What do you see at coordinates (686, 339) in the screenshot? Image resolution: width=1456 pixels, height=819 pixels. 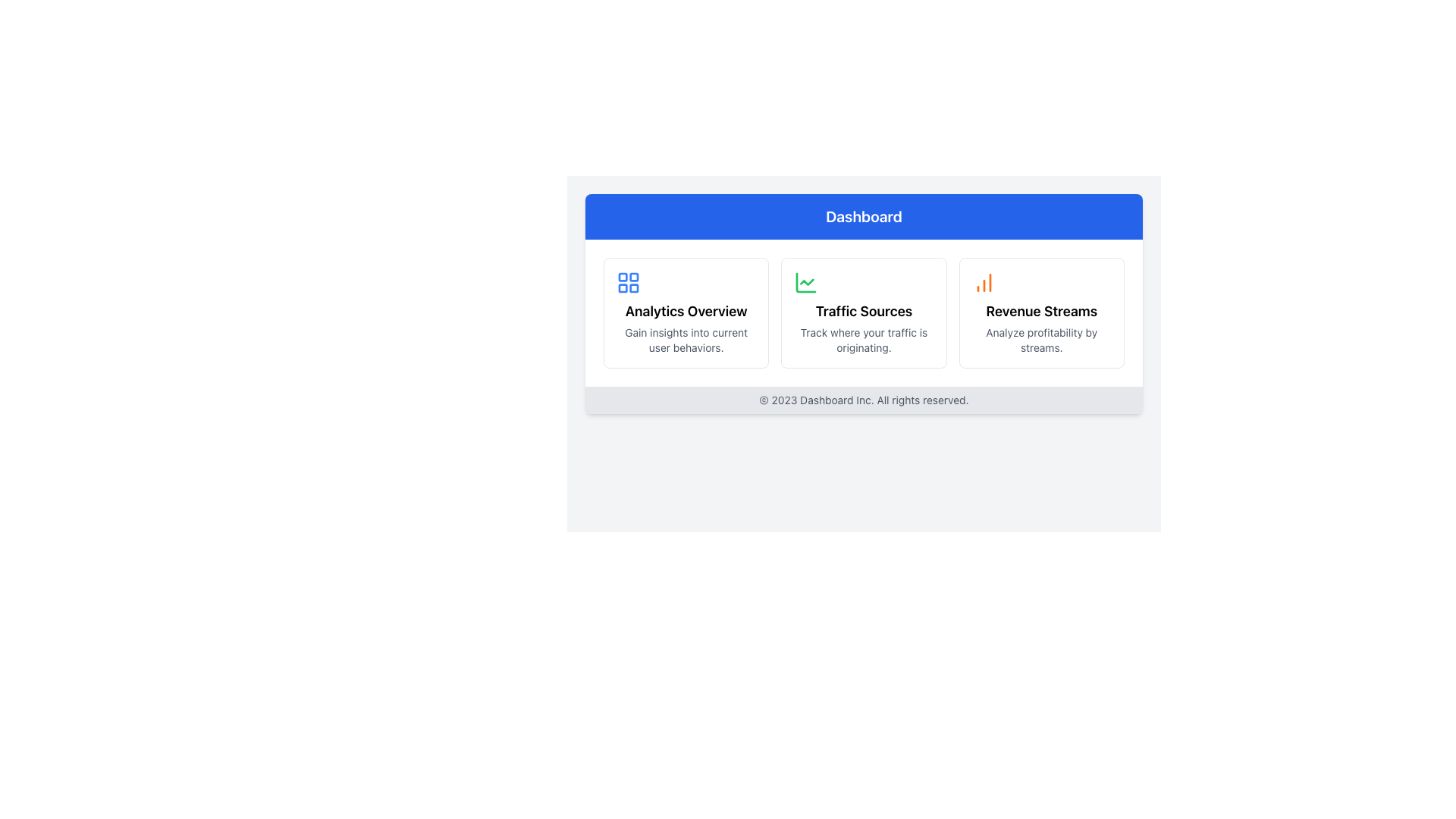 I see `text content displaying 'Gain insights into current user behaviors.' located in the lower section of the 'Analytics Overview' card` at bounding box center [686, 339].